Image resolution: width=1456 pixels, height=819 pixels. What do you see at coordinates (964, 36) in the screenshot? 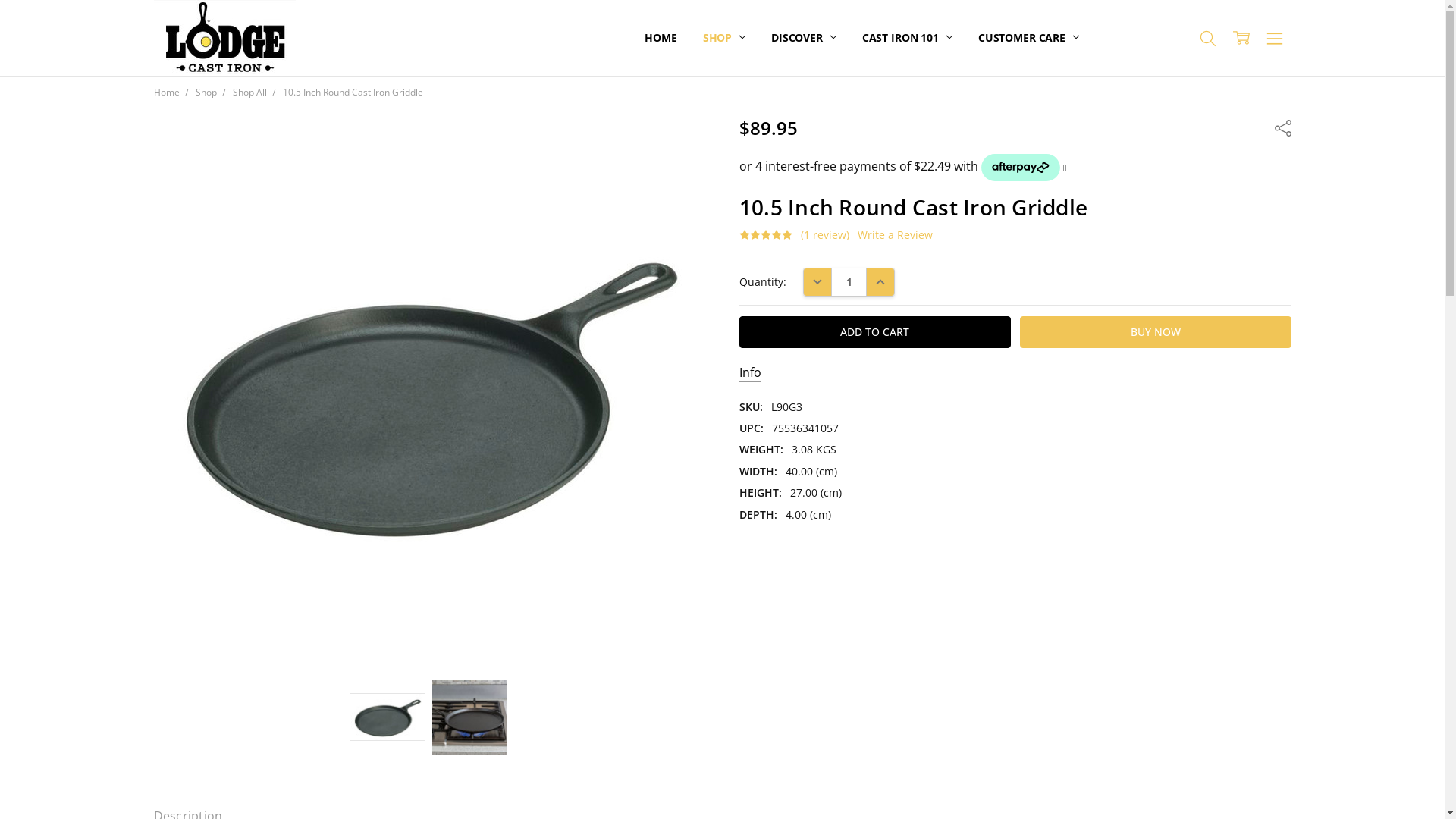
I see `'CUSTOMER CARE'` at bounding box center [964, 36].